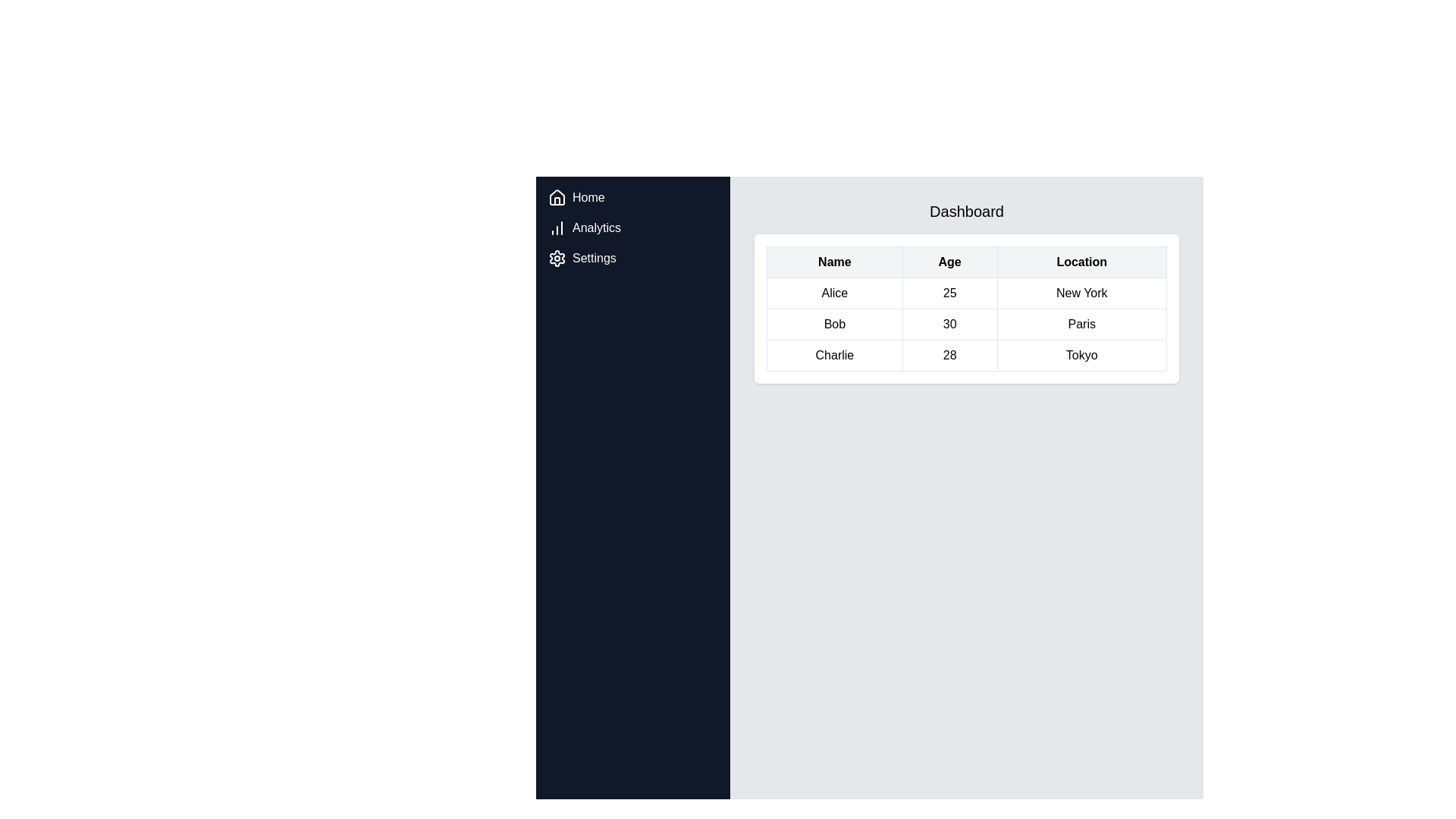  Describe the element at coordinates (949, 356) in the screenshot. I see `the Text Display element showing the number '28' in the Age column of the table, which is aligned horizontally with 'Charlie' and 'Tokyo'` at that location.